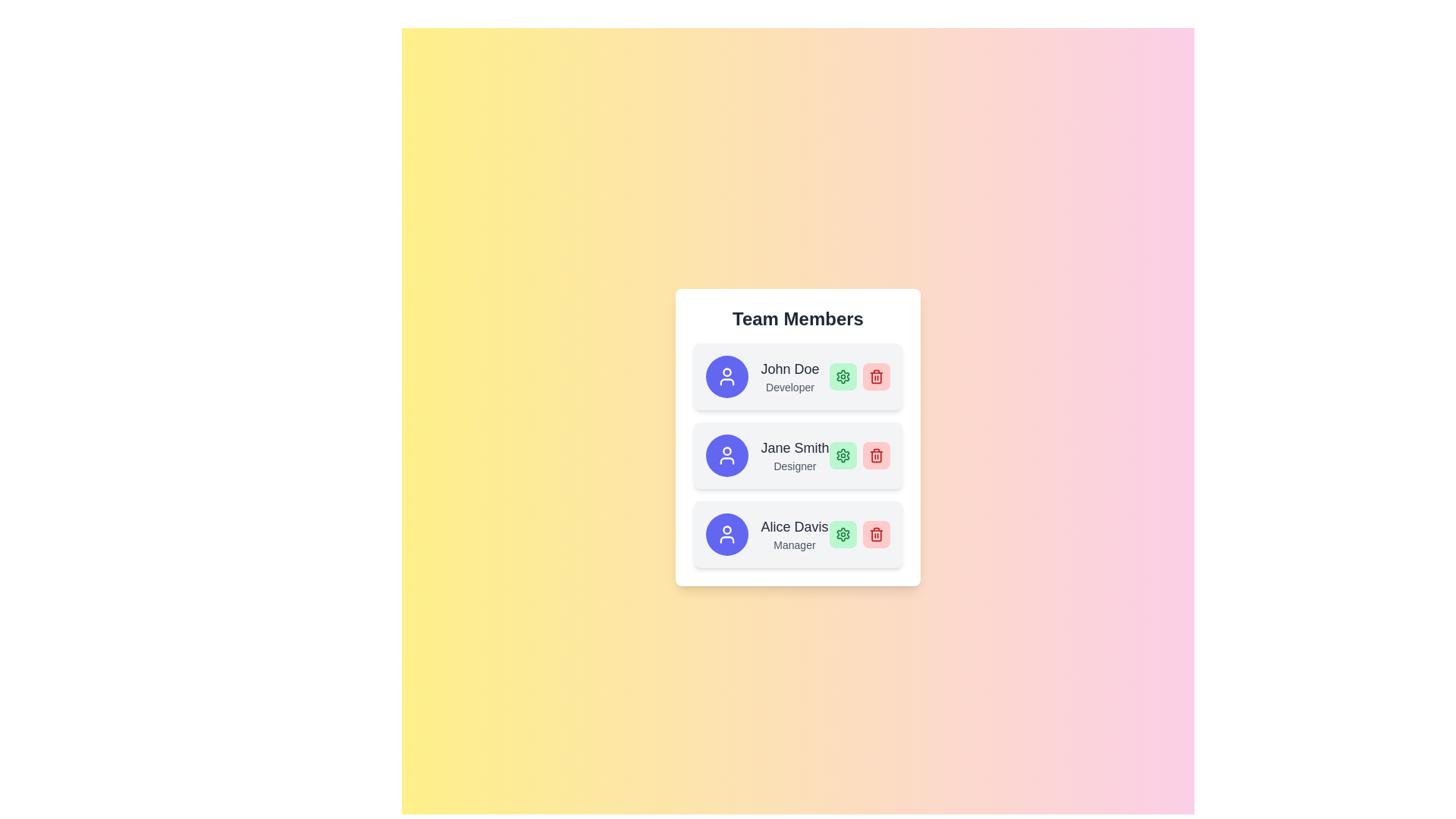  What do you see at coordinates (876, 534) in the screenshot?
I see `the delete button for the team member 'Alice Davis', located on the right side of the third row in the list of team members` at bounding box center [876, 534].